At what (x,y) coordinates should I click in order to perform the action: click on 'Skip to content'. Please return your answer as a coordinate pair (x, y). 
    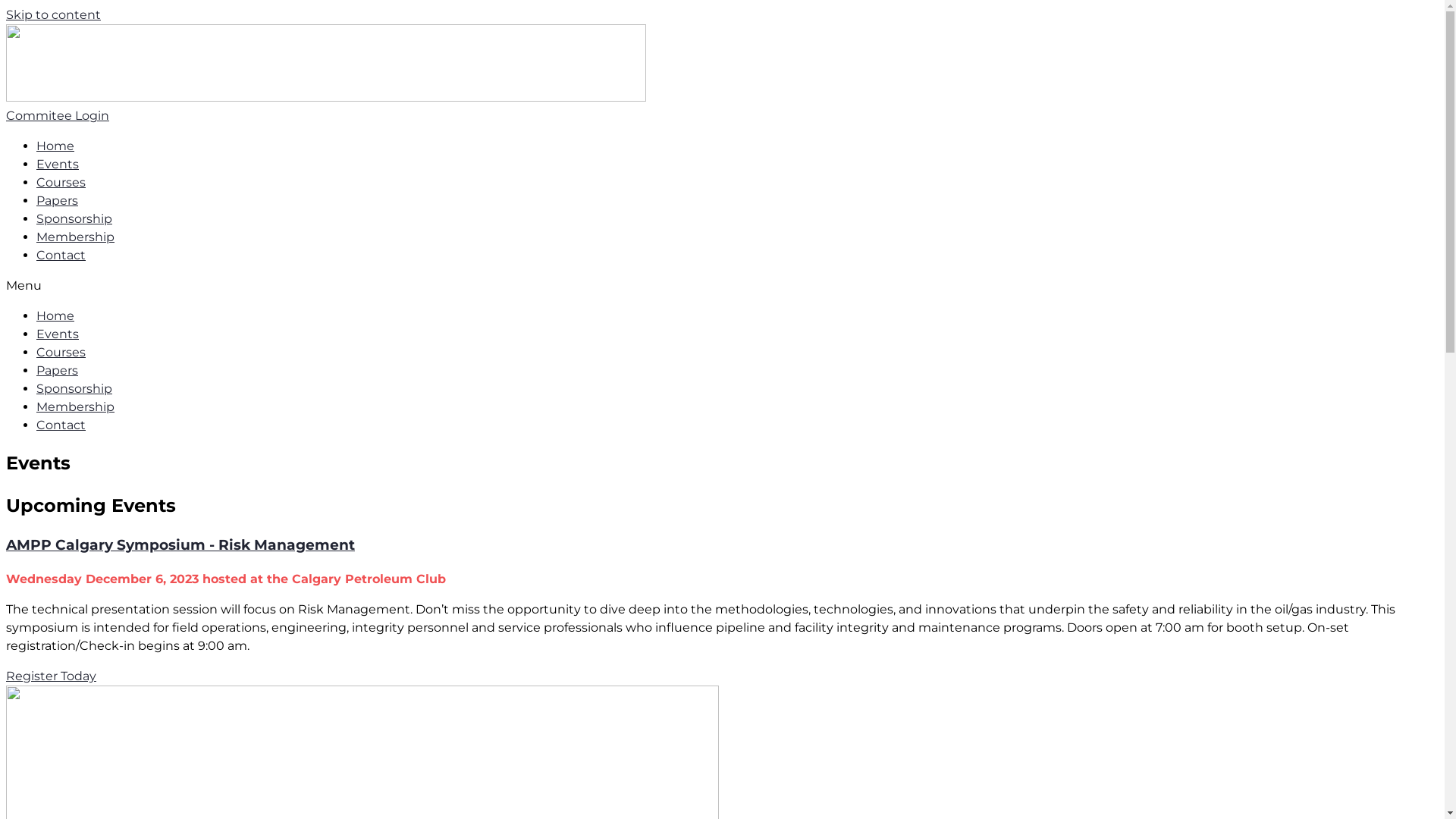
    Looking at the image, I should click on (53, 14).